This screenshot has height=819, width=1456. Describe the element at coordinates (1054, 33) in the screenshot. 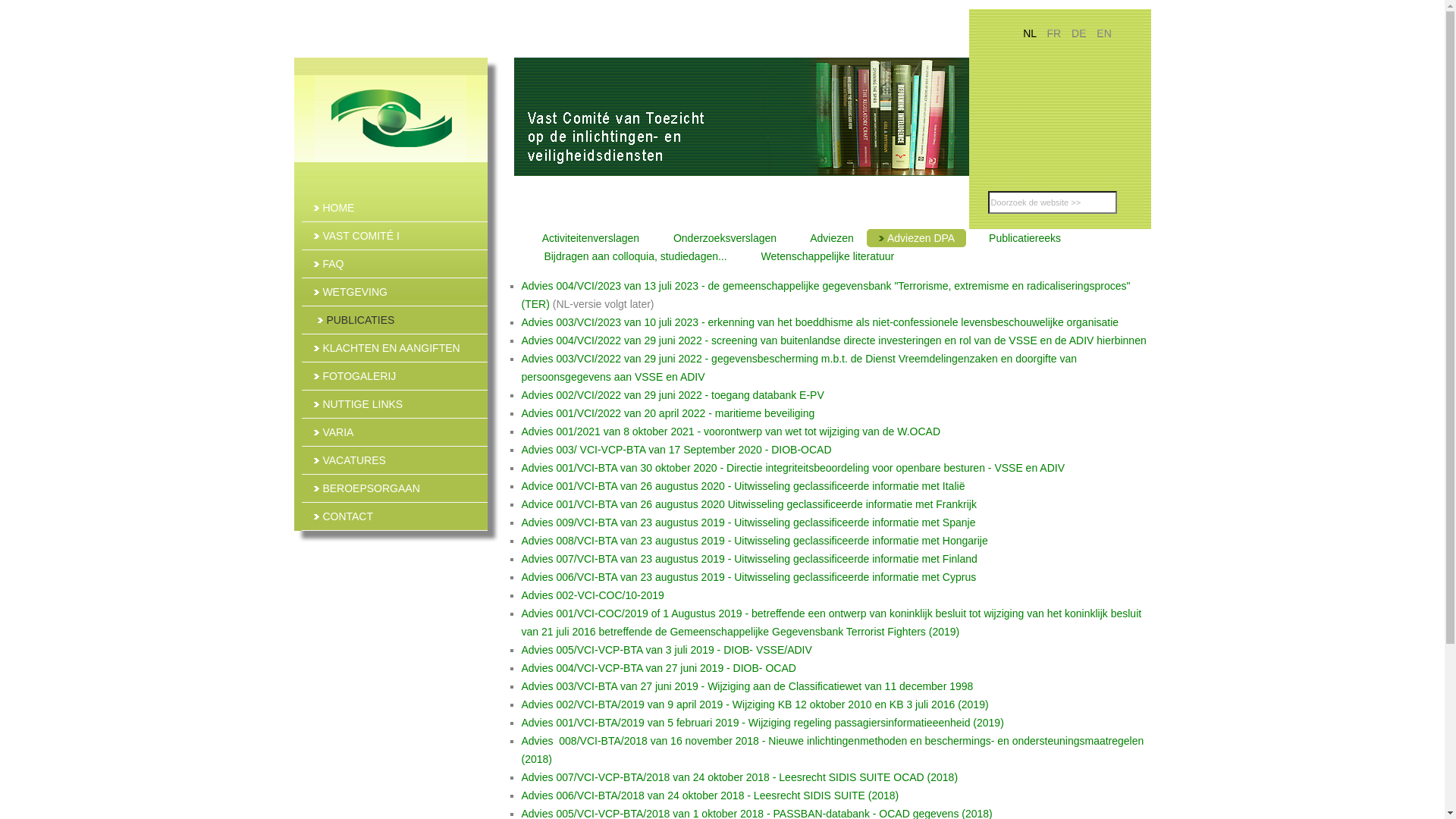

I see `'FR'` at that location.